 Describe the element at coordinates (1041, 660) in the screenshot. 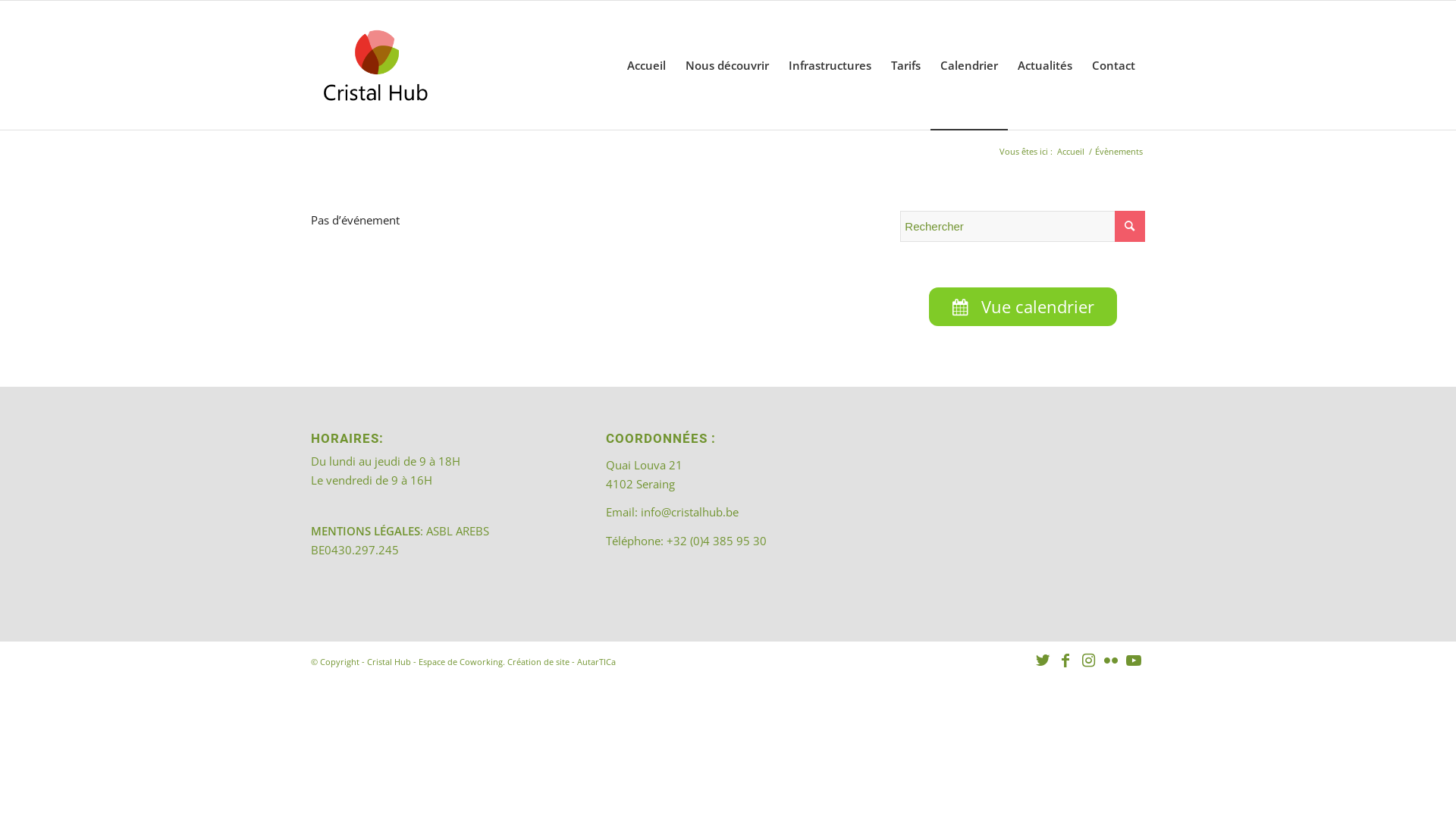

I see `'Twitter'` at that location.